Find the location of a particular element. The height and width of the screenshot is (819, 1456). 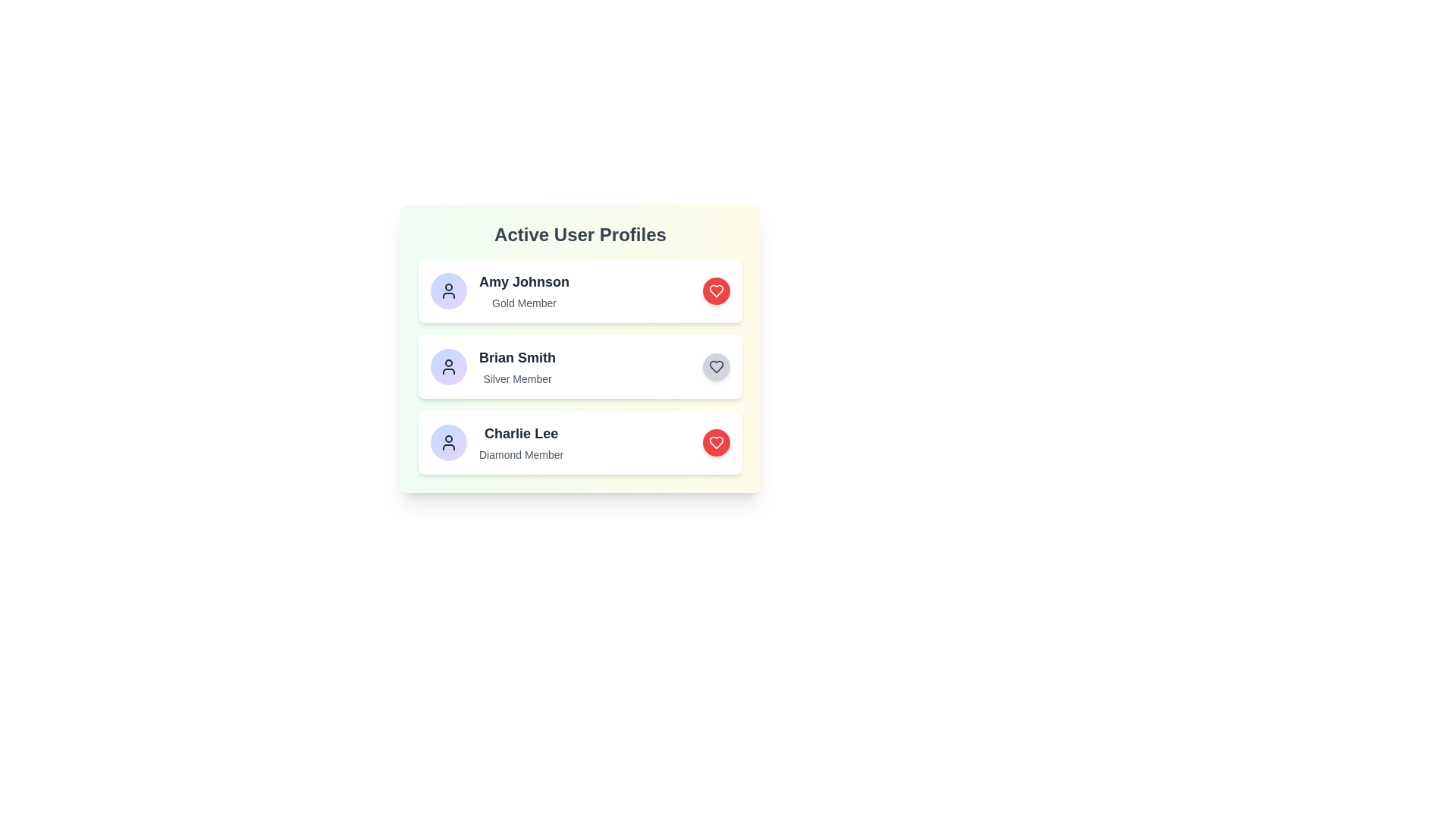

the interactive button located to the right of the text 'Charlie Lee' to signify favoriting or liking the associated profile is located at coordinates (716, 442).